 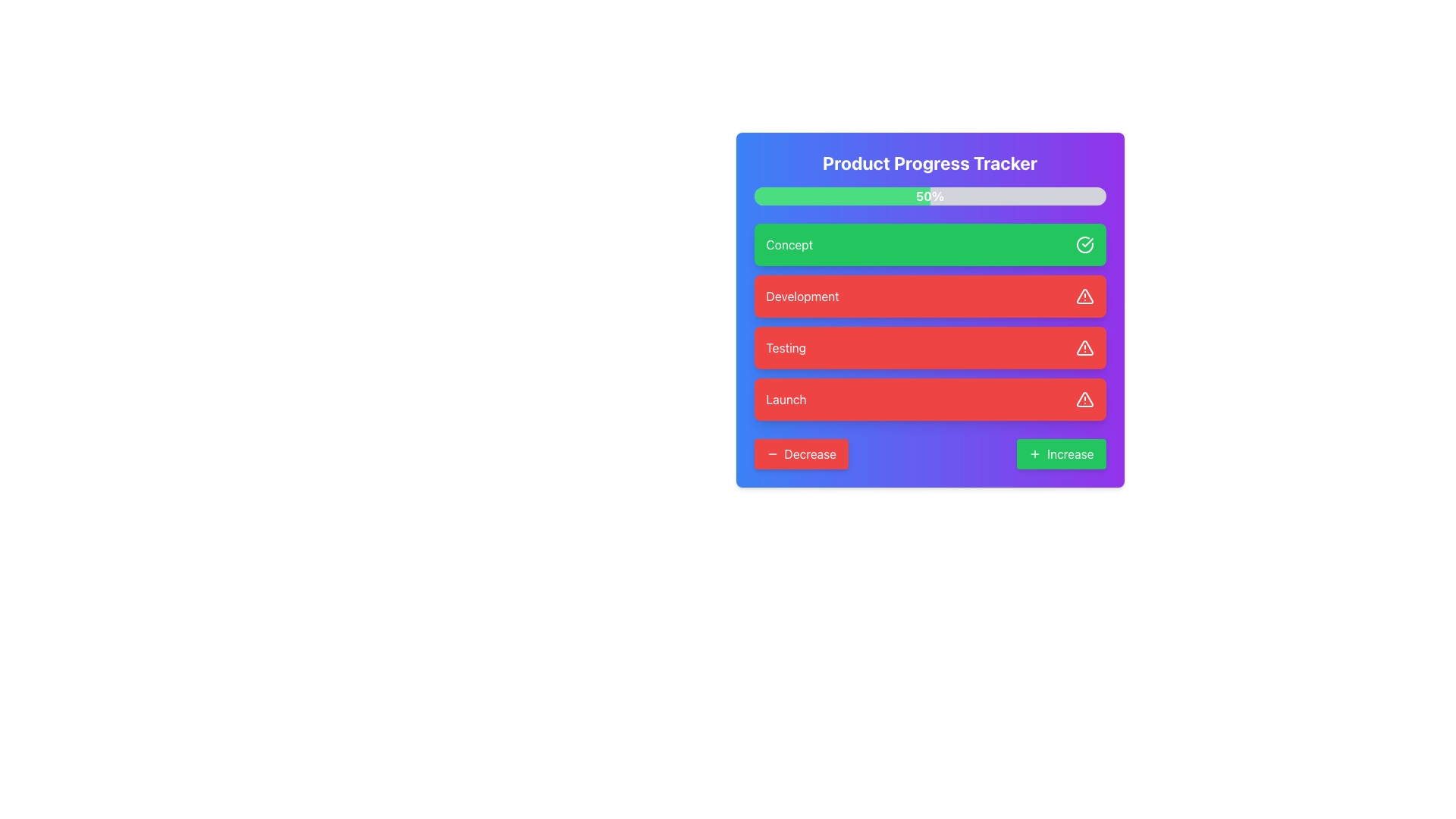 I want to click on the 'Development' phase progress stage display element to focus on it in the Product Progress Tracker interface, so click(x=929, y=309).